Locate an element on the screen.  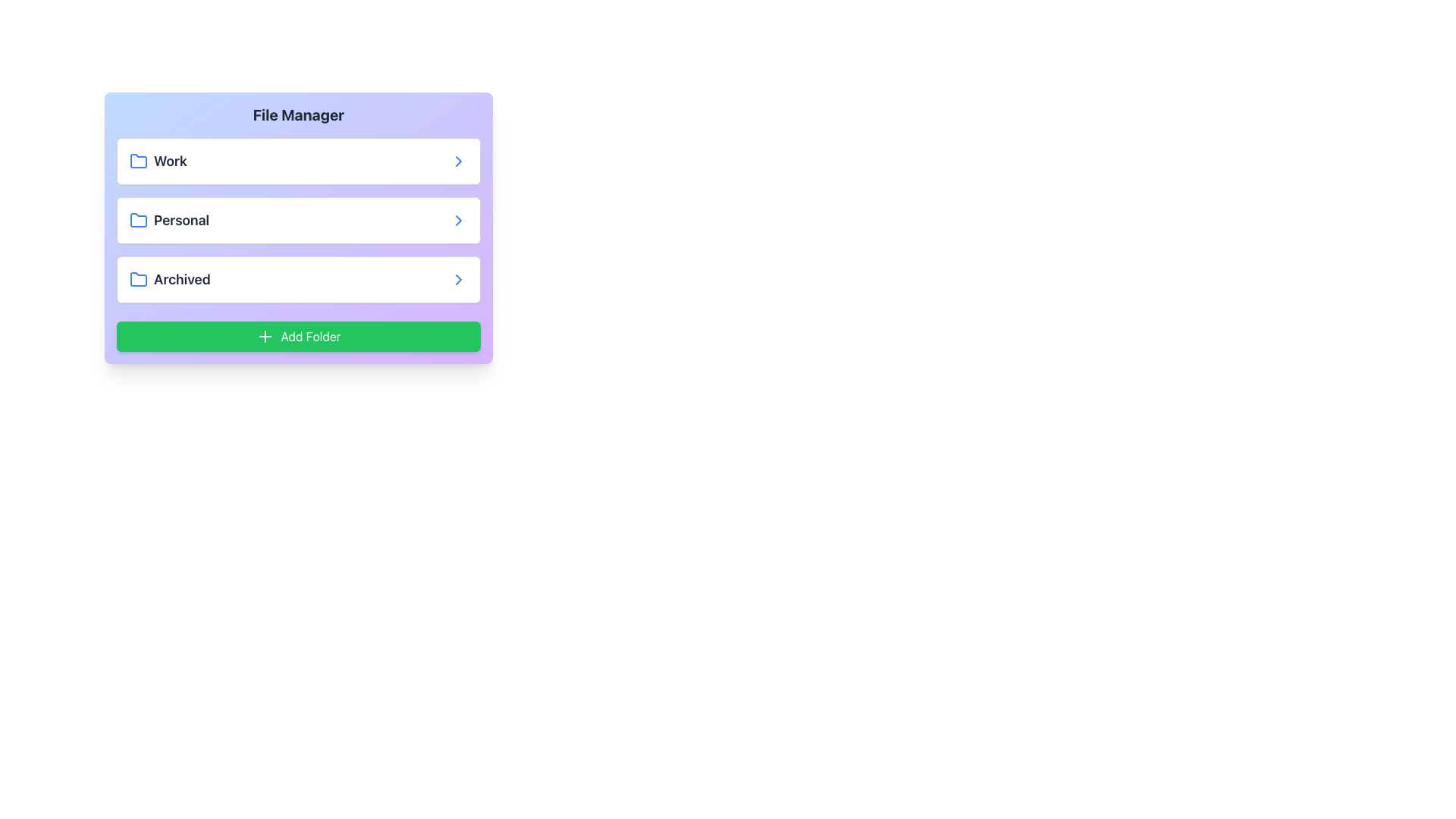
the rightward-facing blue chevron icon located next to the 'Personal' folder label is located at coordinates (457, 220).